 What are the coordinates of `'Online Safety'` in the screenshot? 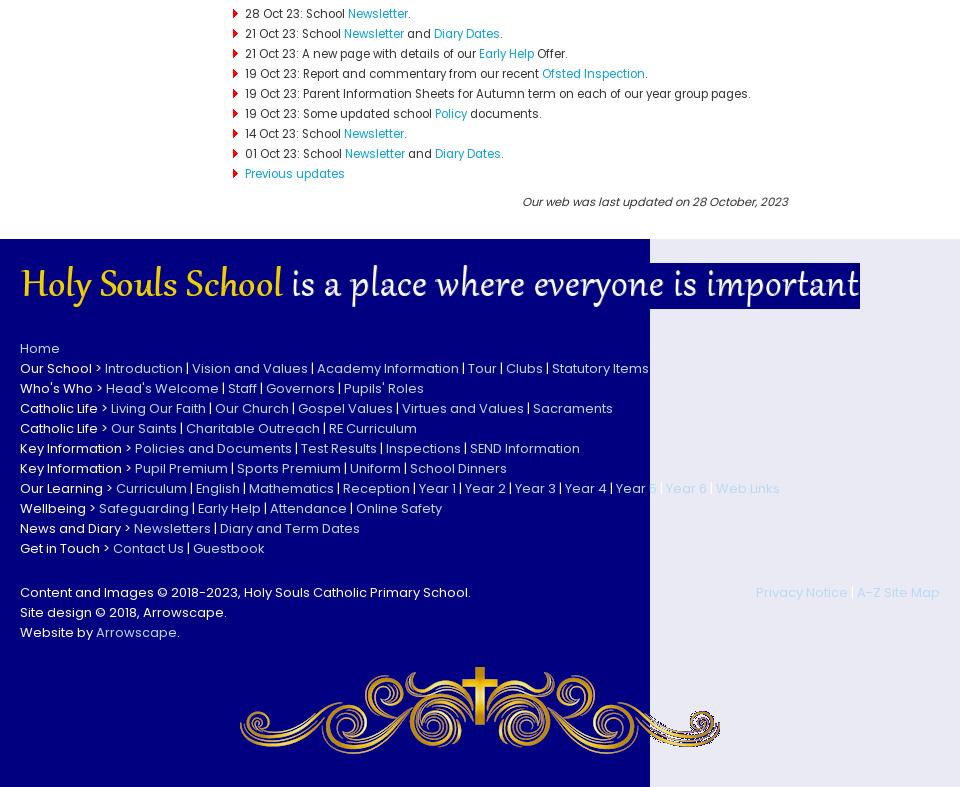 It's located at (397, 507).